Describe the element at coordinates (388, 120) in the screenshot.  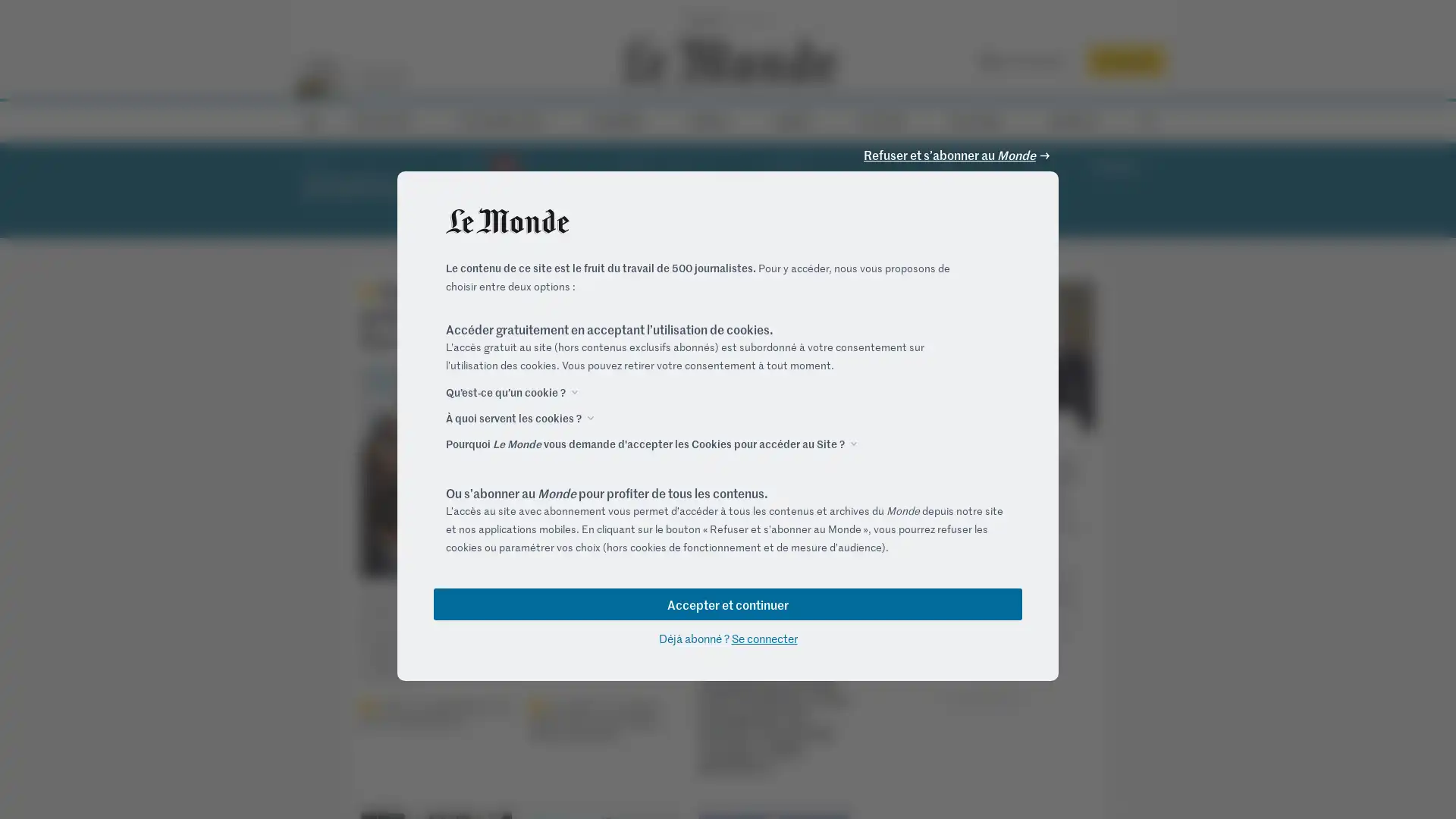
I see `ACTUALITES` at that location.